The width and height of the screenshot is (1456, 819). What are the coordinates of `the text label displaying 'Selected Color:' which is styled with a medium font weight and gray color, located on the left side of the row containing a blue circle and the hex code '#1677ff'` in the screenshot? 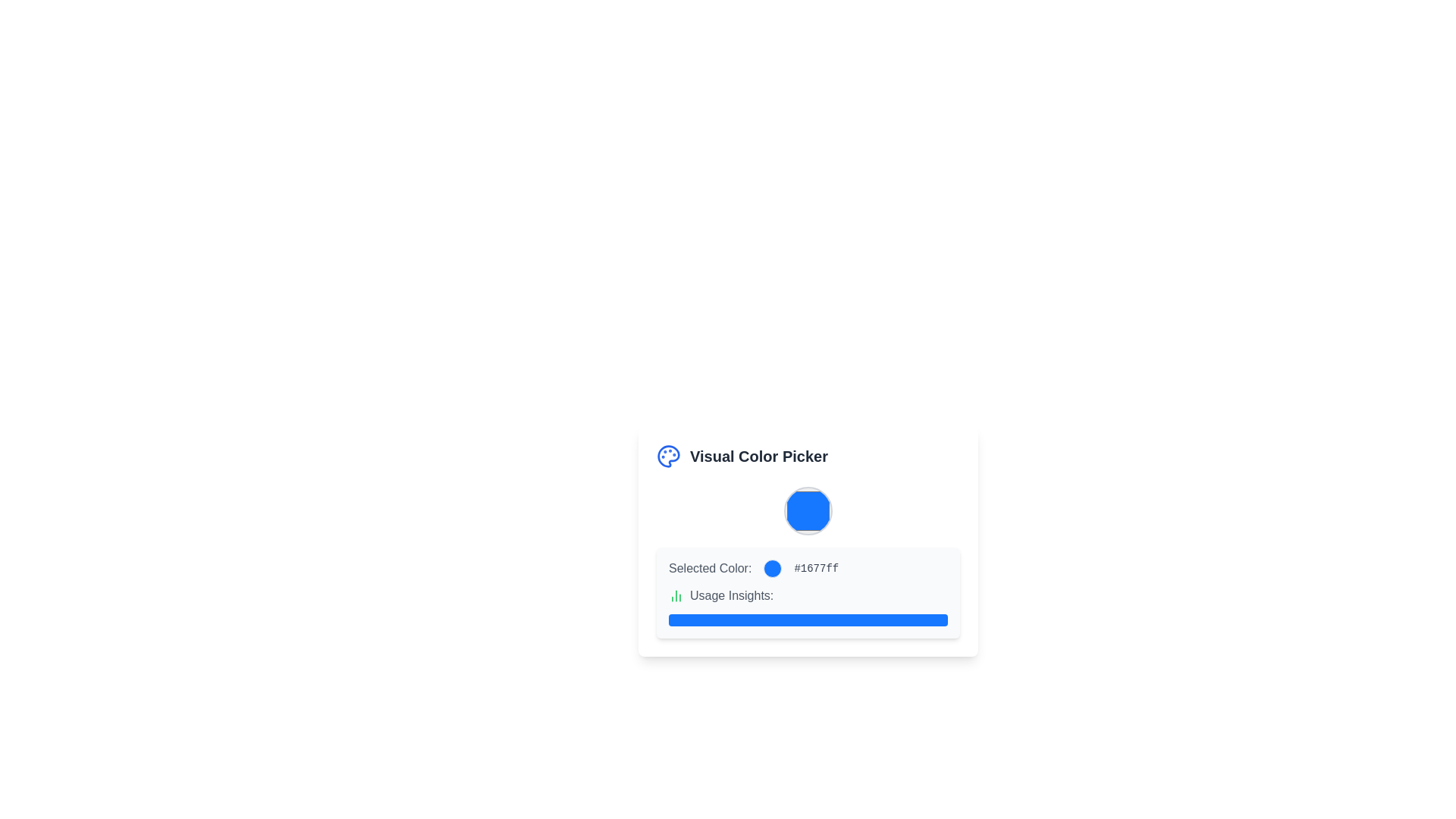 It's located at (709, 568).